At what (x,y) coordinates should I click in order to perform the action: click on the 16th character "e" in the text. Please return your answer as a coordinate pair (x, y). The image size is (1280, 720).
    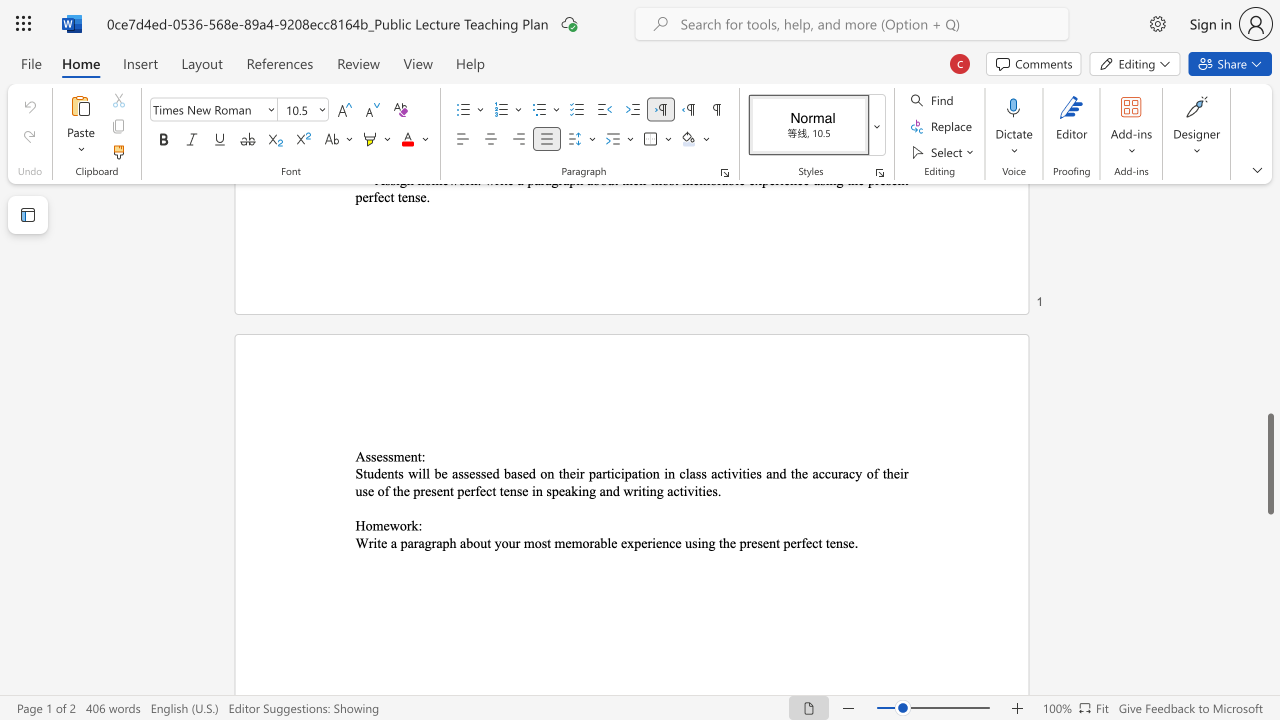
    Looking at the image, I should click on (506, 491).